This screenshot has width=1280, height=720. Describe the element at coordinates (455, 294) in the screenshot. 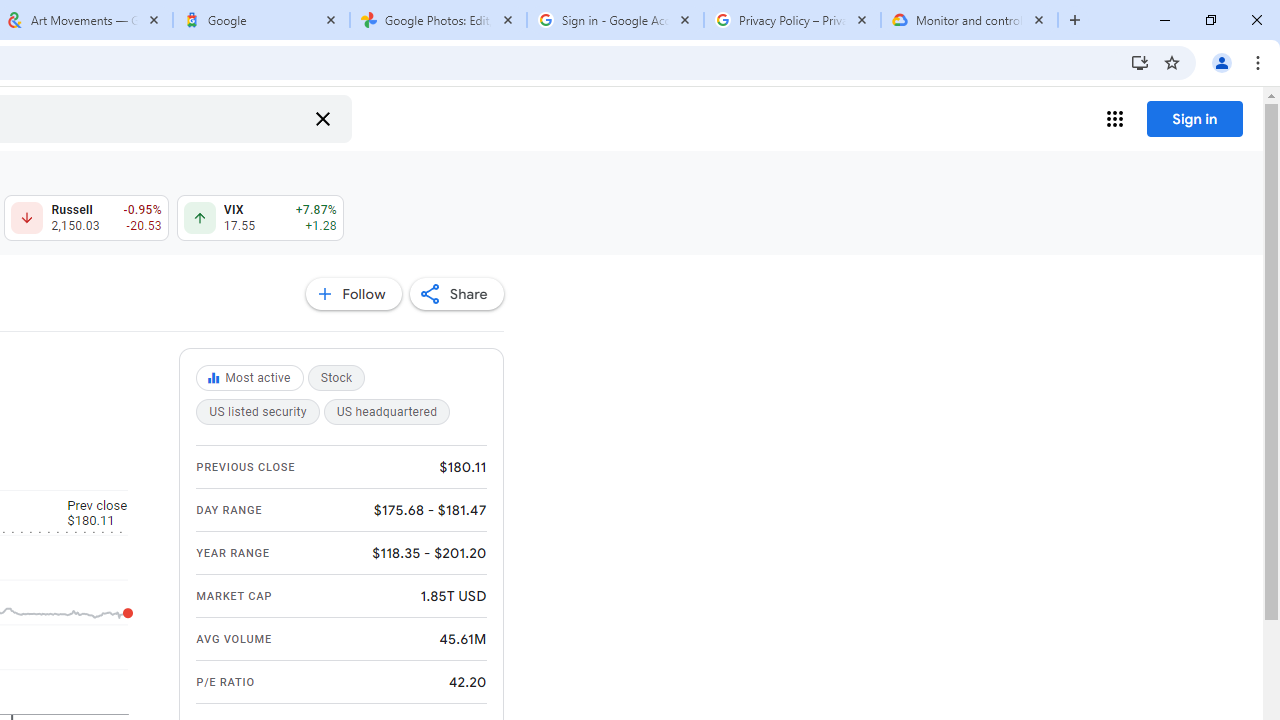

I see `'Share'` at that location.